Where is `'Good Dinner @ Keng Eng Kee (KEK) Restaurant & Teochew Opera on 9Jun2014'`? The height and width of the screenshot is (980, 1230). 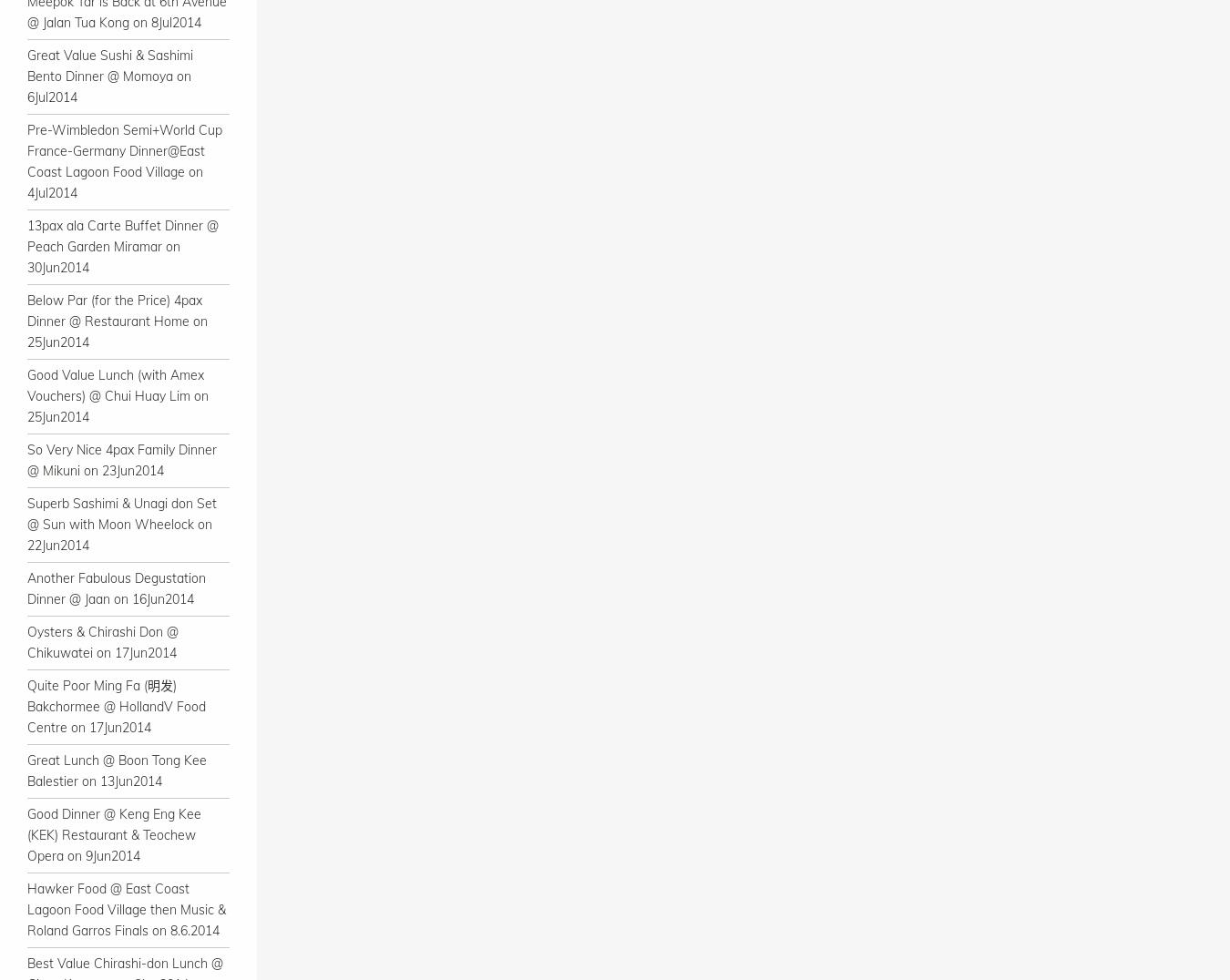
'Good Dinner @ Keng Eng Kee (KEK) Restaurant & Teochew Opera on 9Jun2014' is located at coordinates (114, 833).